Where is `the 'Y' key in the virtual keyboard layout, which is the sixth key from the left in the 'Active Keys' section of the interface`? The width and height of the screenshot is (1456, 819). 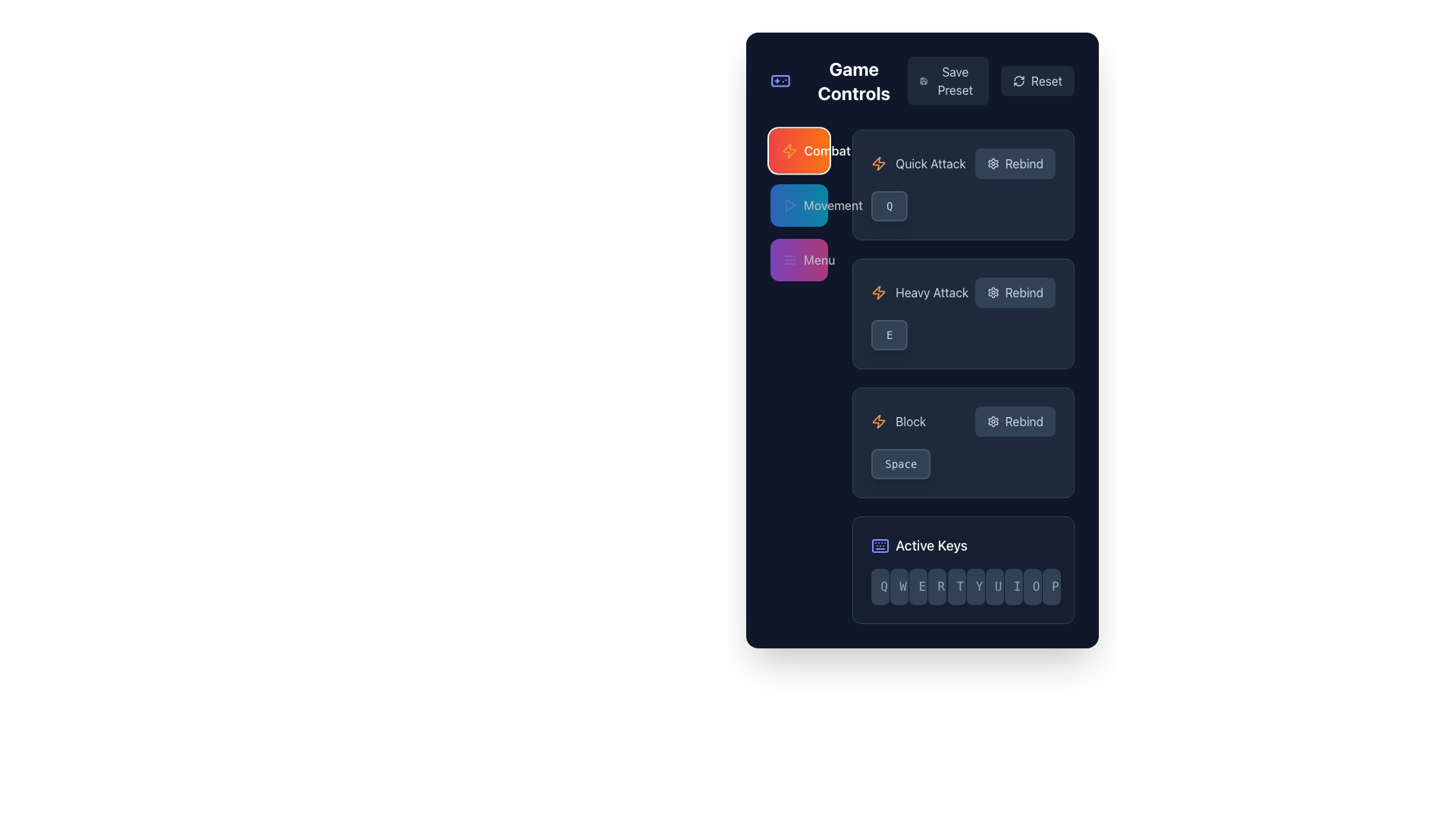
the 'Y' key in the virtual keyboard layout, which is the sixth key from the left in the 'Active Keys' section of the interface is located at coordinates (975, 586).